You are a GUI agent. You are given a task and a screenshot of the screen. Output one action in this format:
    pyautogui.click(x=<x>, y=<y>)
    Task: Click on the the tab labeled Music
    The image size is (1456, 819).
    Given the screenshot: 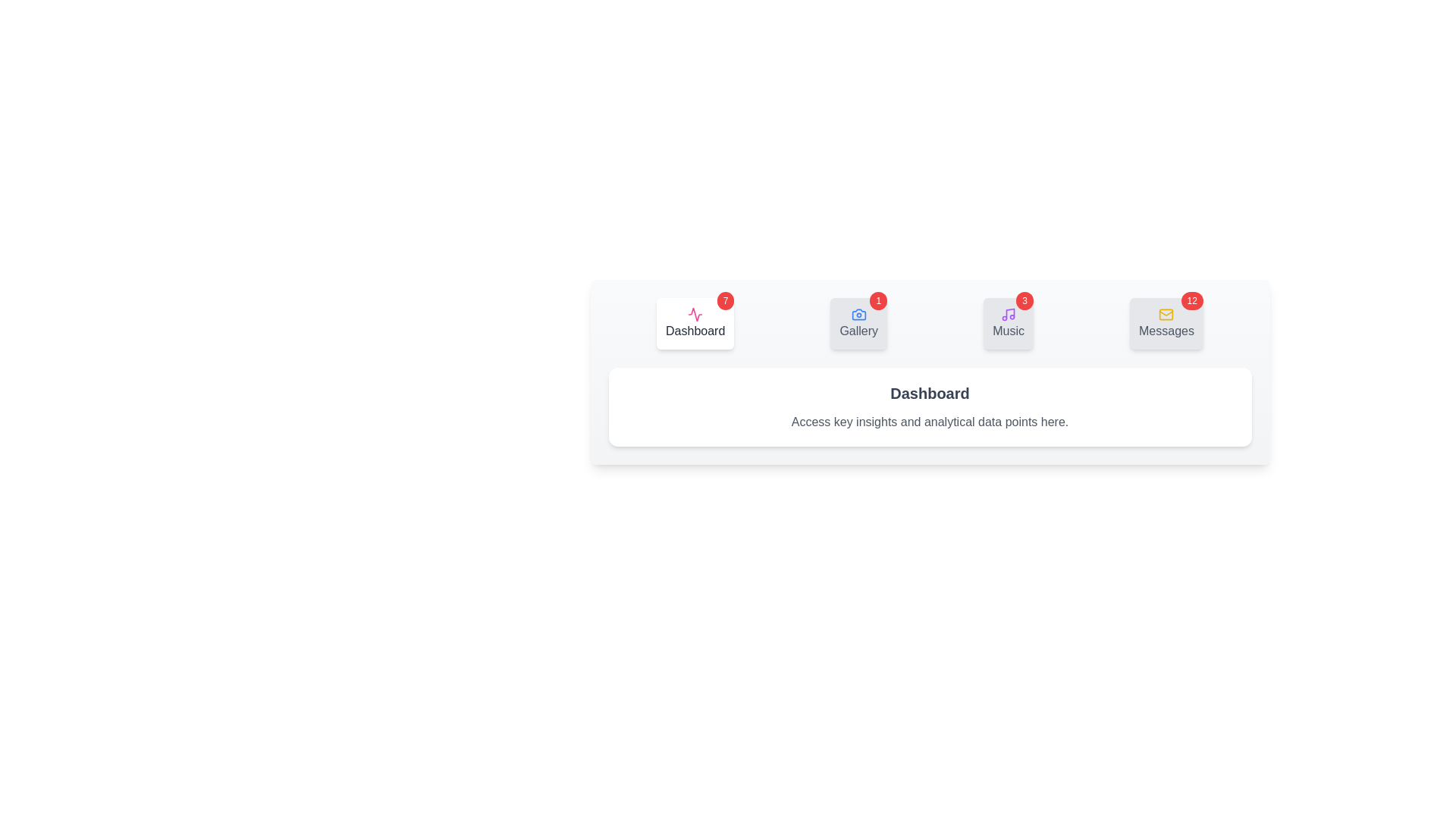 What is the action you would take?
    pyautogui.click(x=1008, y=323)
    